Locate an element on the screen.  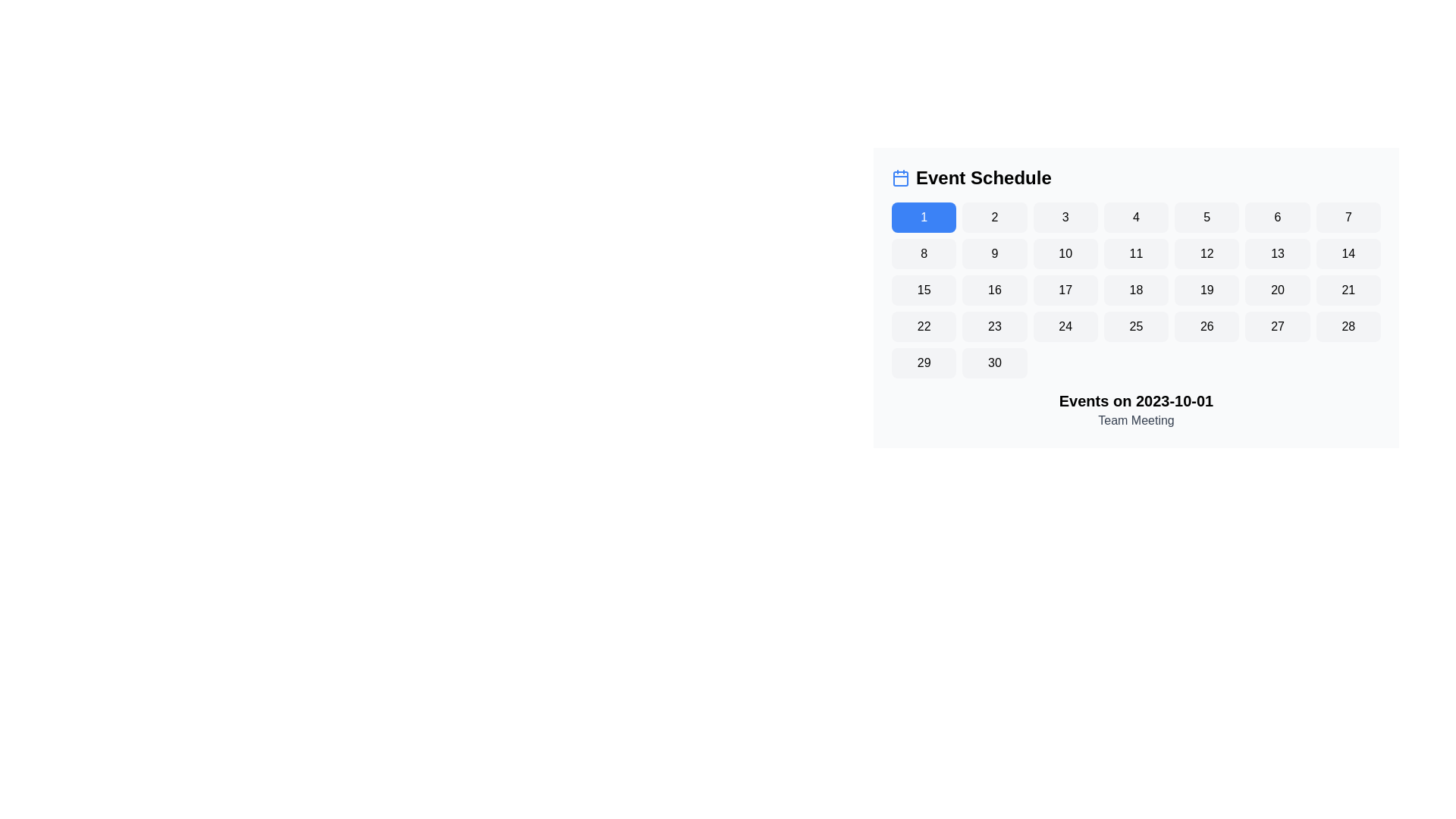
the button representing the first day of the month in the calendar grid is located at coordinates (923, 217).